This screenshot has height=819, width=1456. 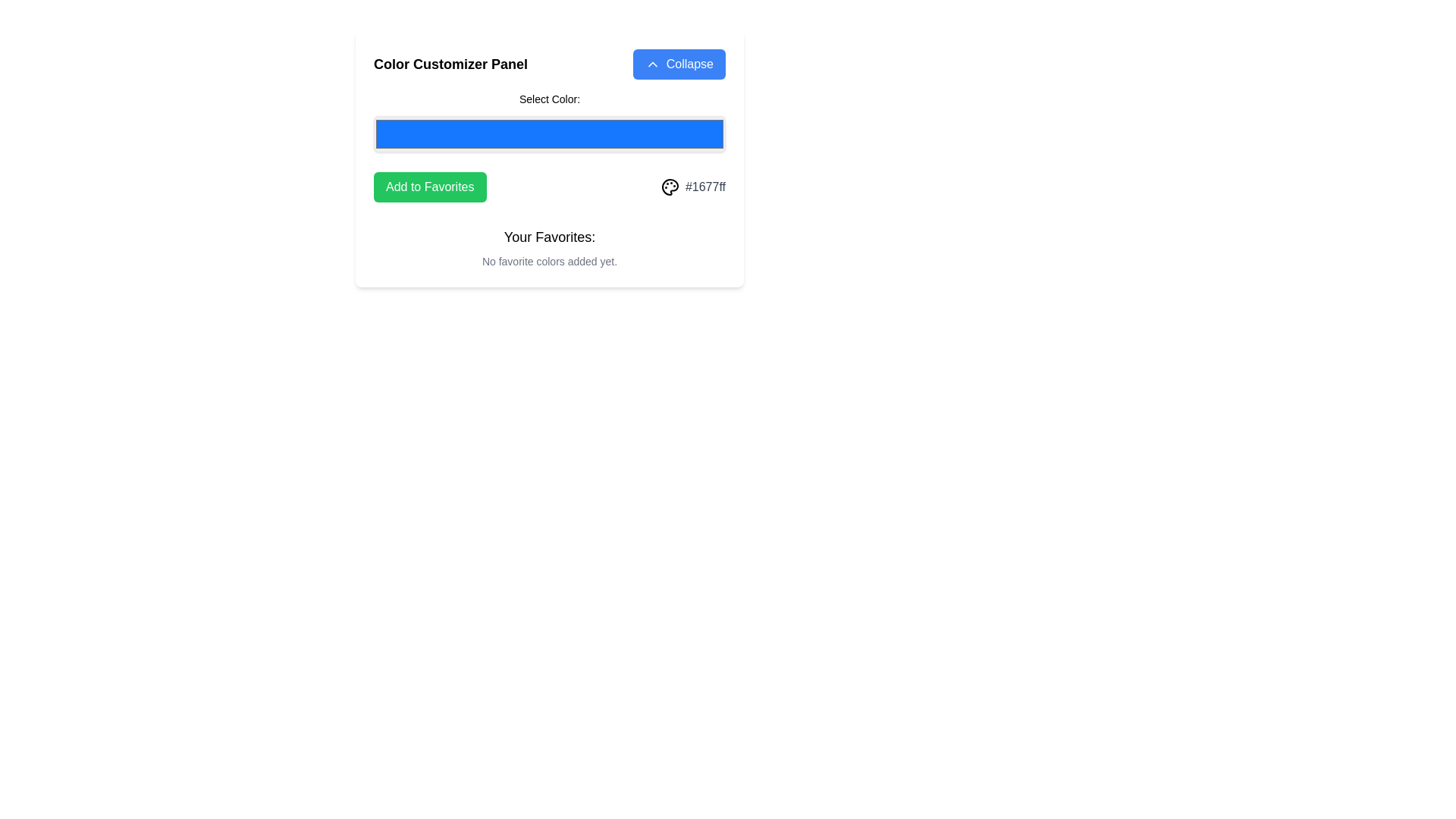 What do you see at coordinates (450, 63) in the screenshot?
I see `the text label that serves as the title of the user interface panel, located to the left of the 'Collapse' button and chevron icon` at bounding box center [450, 63].